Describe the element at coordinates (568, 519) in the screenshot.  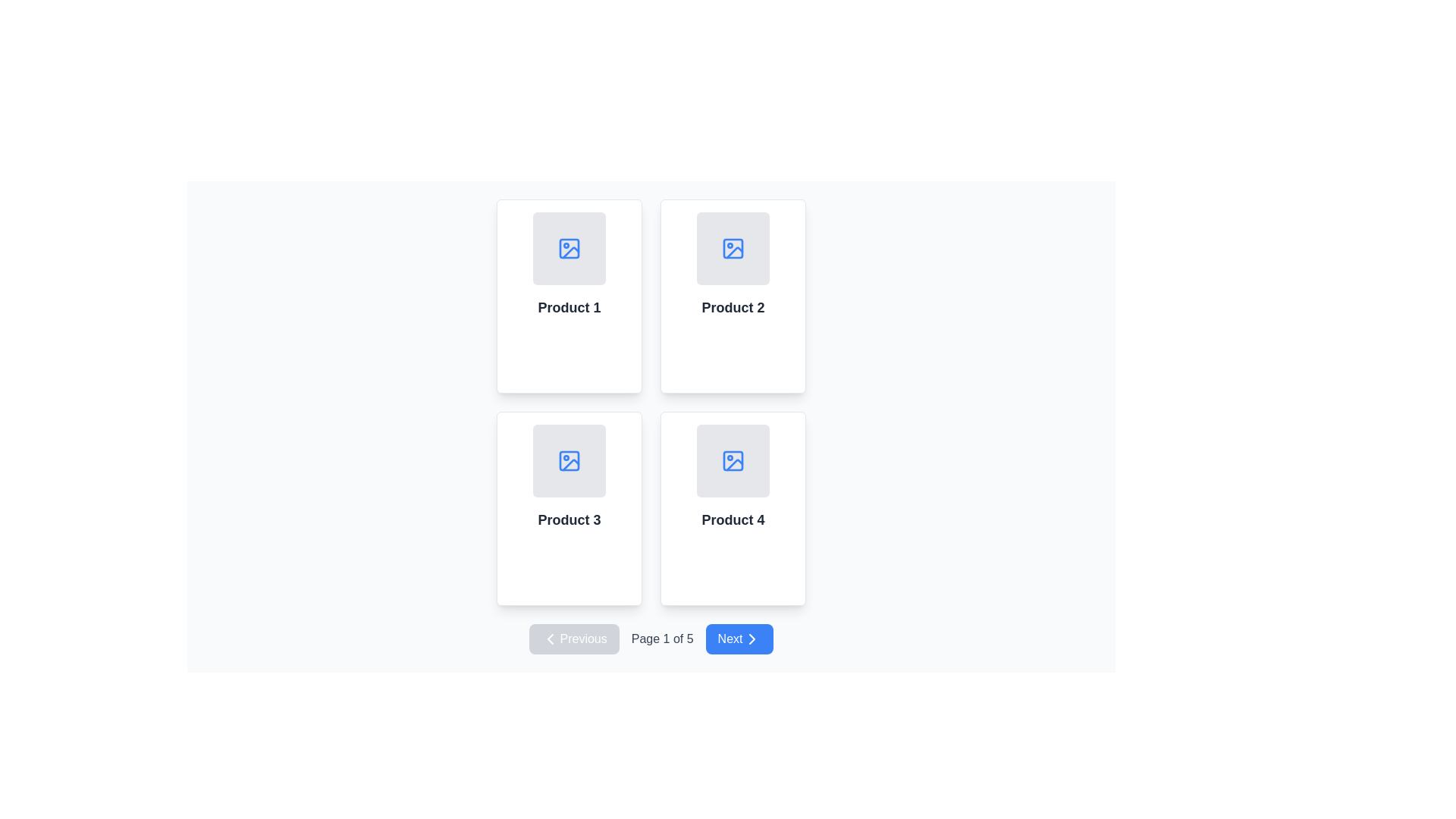
I see `text content of the label indicating 'Product 3', located at the bottom center of the third card in the second row of the grid layout` at that location.